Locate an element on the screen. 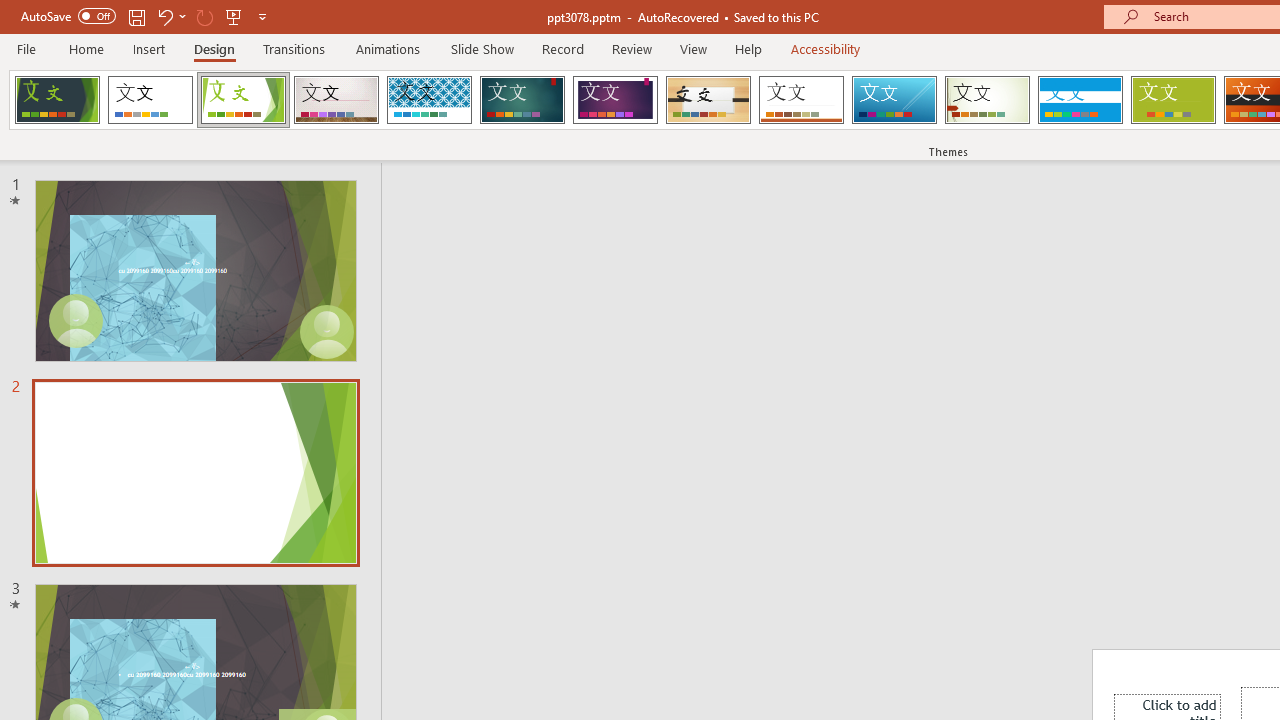 The width and height of the screenshot is (1280, 720). 'Office Theme' is located at coordinates (149, 100).